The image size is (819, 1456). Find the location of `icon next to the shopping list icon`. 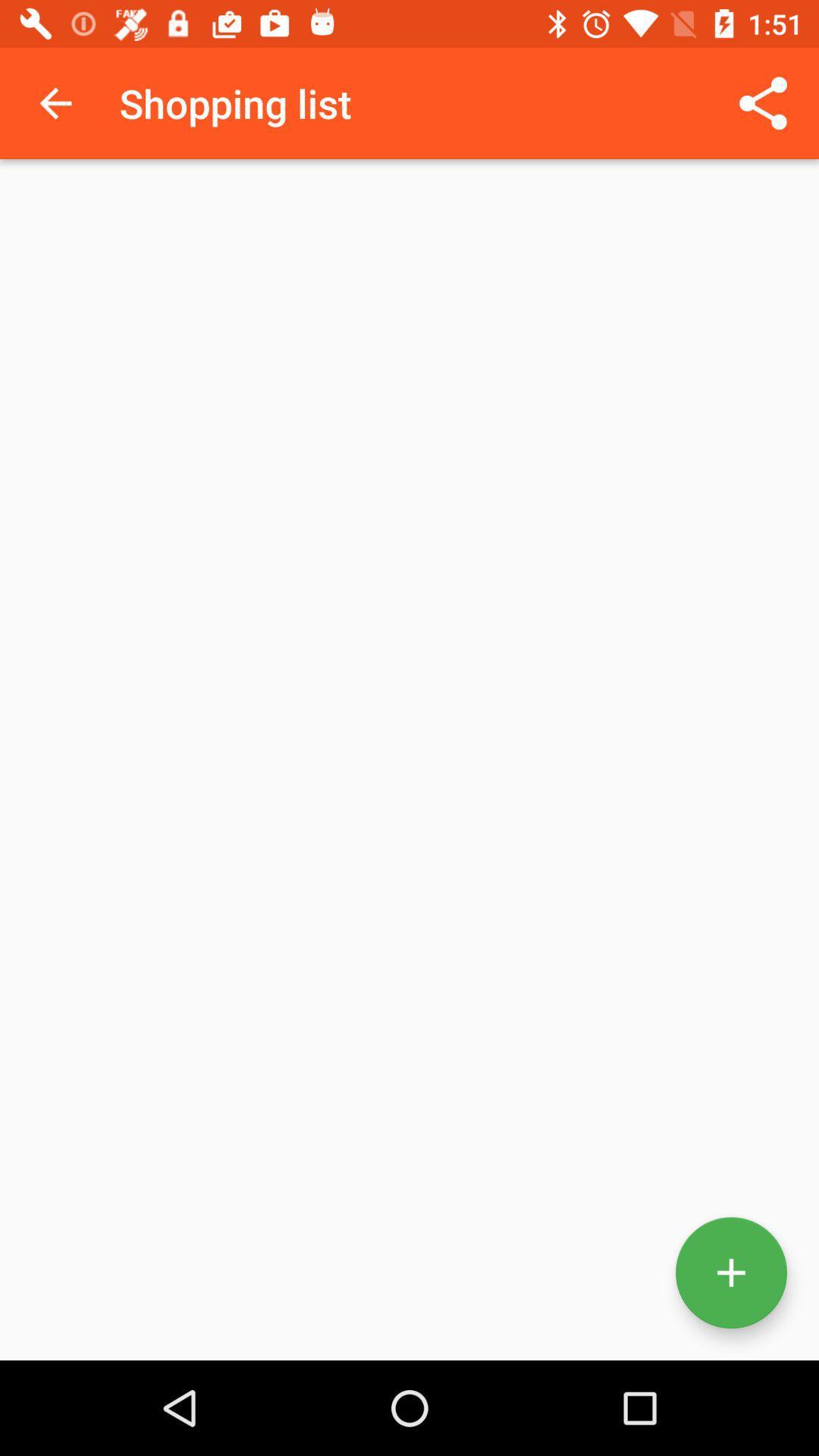

icon next to the shopping list icon is located at coordinates (55, 102).